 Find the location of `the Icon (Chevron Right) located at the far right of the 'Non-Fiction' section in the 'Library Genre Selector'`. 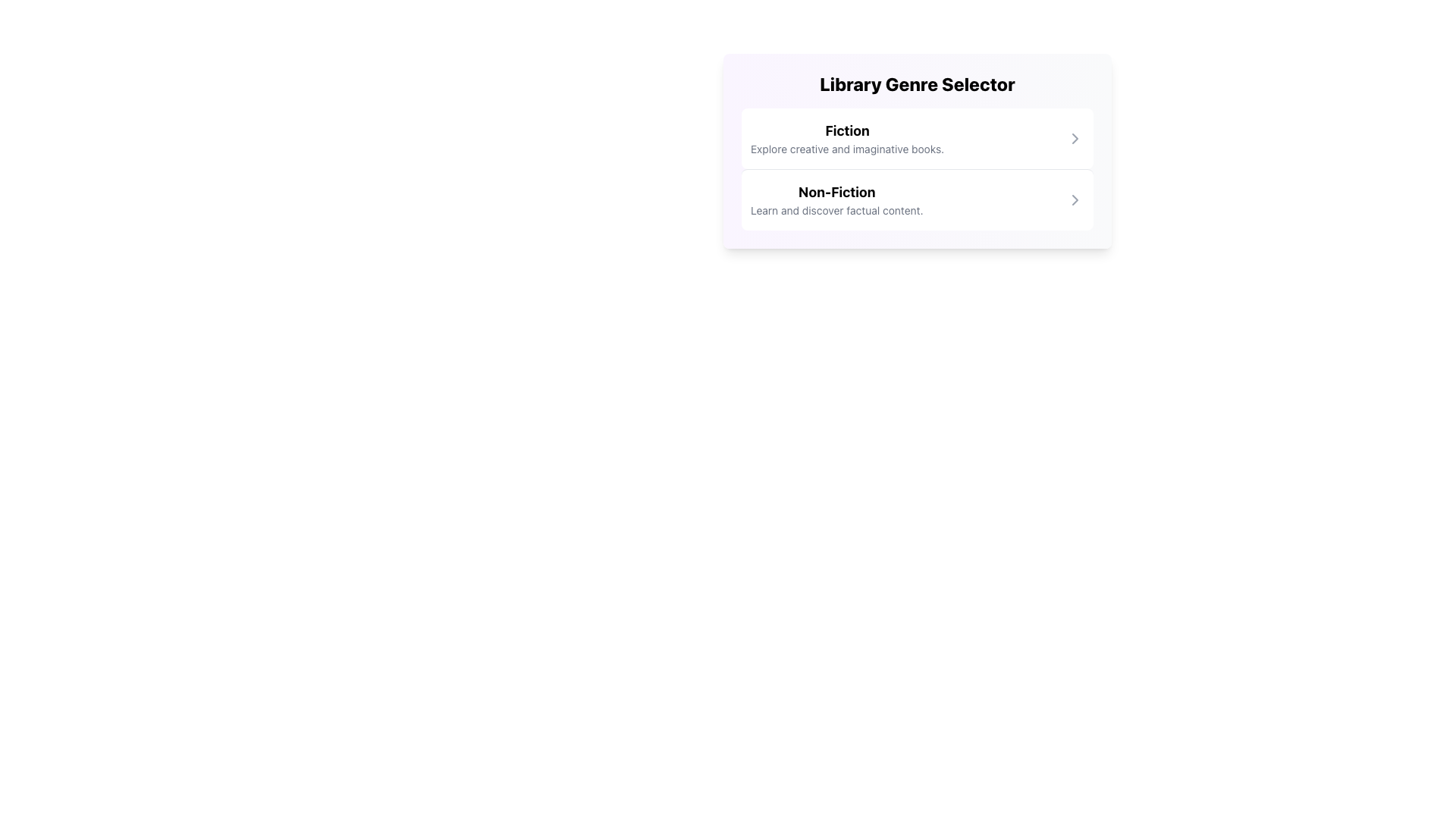

the Icon (Chevron Right) located at the far right of the 'Non-Fiction' section in the 'Library Genre Selector' is located at coordinates (1074, 199).